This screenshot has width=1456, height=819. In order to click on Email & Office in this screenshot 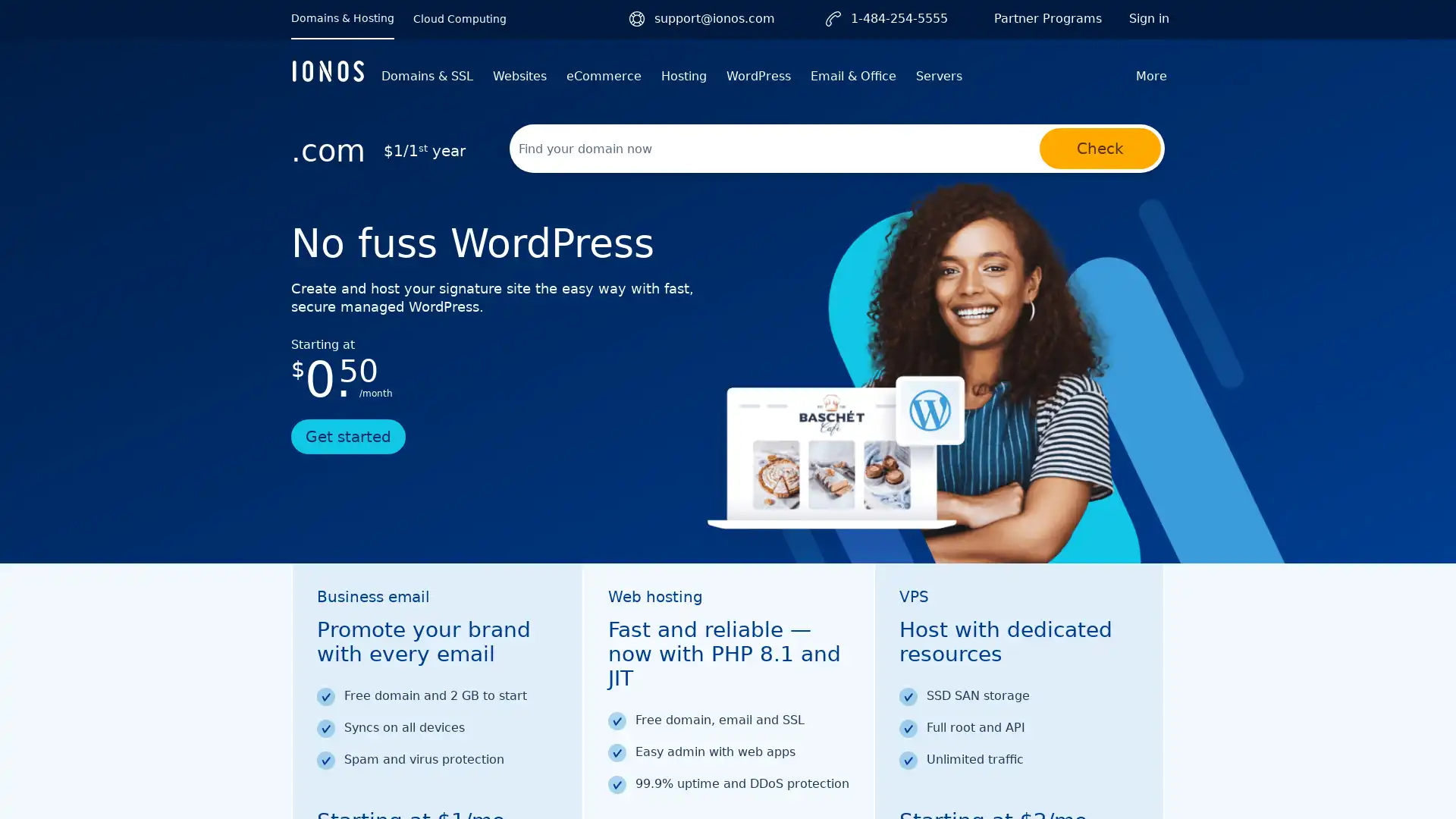, I will do `click(853, 76)`.